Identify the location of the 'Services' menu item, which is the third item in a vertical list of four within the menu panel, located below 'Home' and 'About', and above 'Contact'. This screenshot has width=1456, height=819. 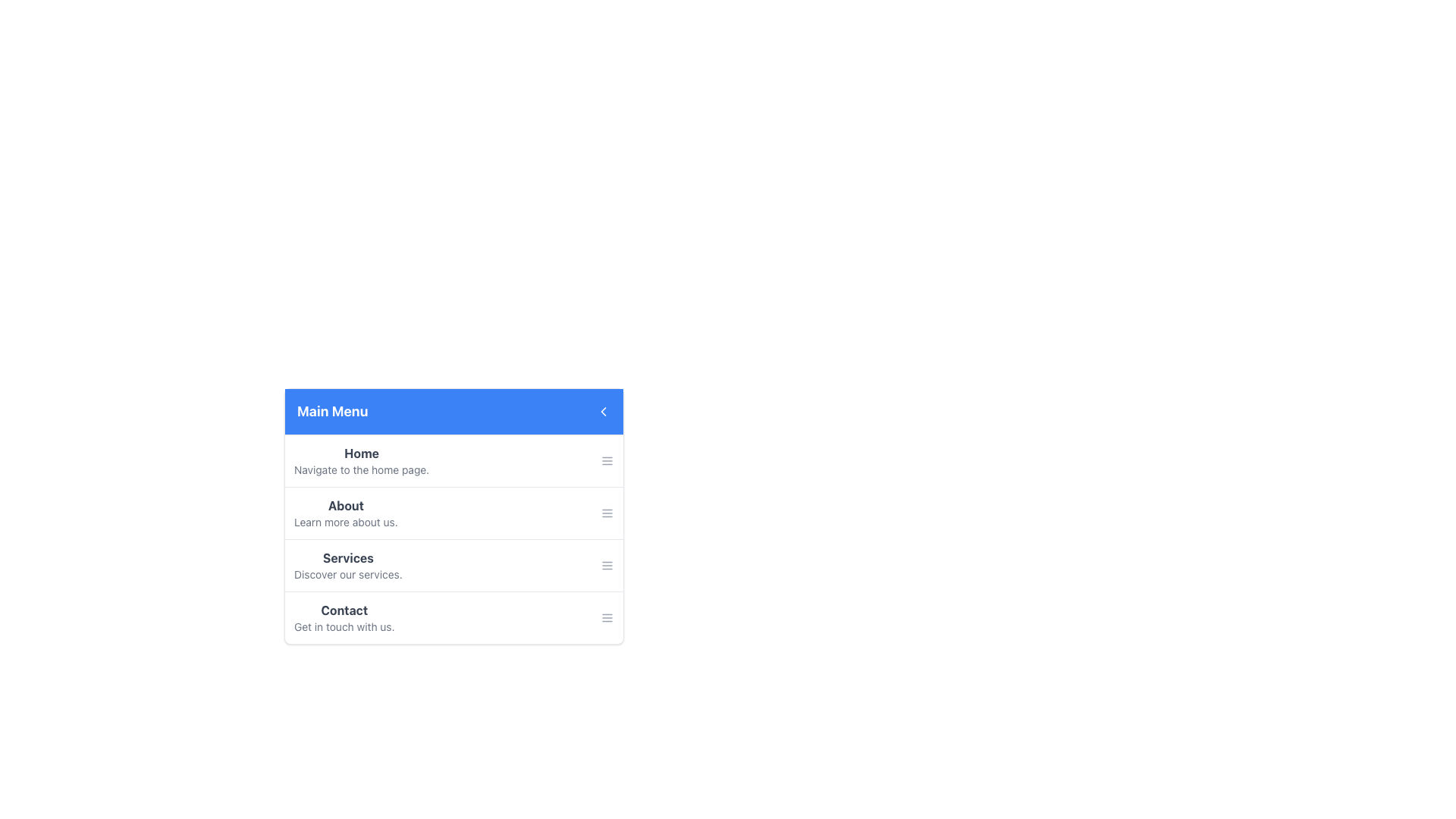
(453, 564).